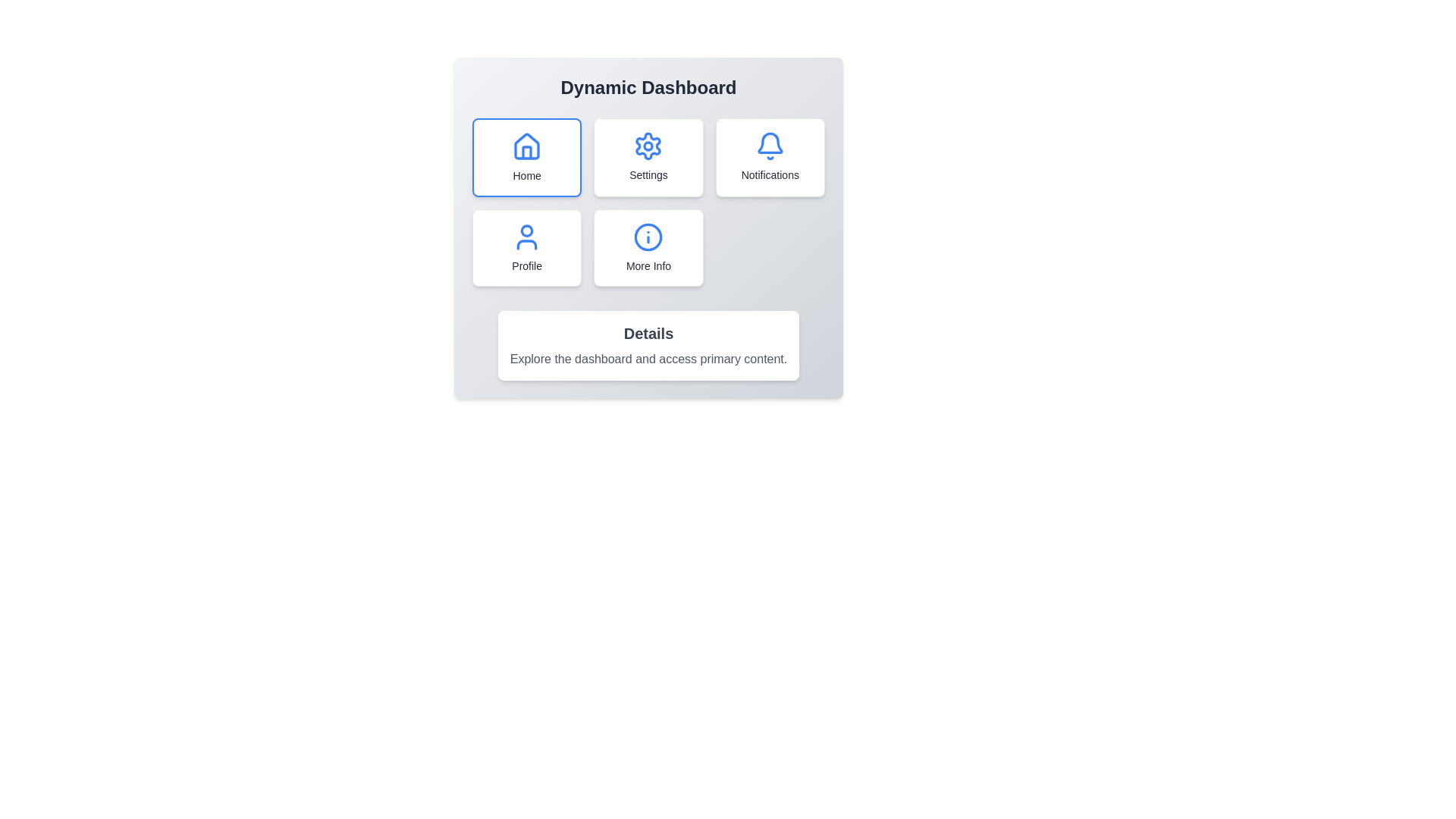  What do you see at coordinates (648, 332) in the screenshot?
I see `the heading text label that introduces the section's purpose, located above the description text 'Explore the dashboard and access primary content.'` at bounding box center [648, 332].